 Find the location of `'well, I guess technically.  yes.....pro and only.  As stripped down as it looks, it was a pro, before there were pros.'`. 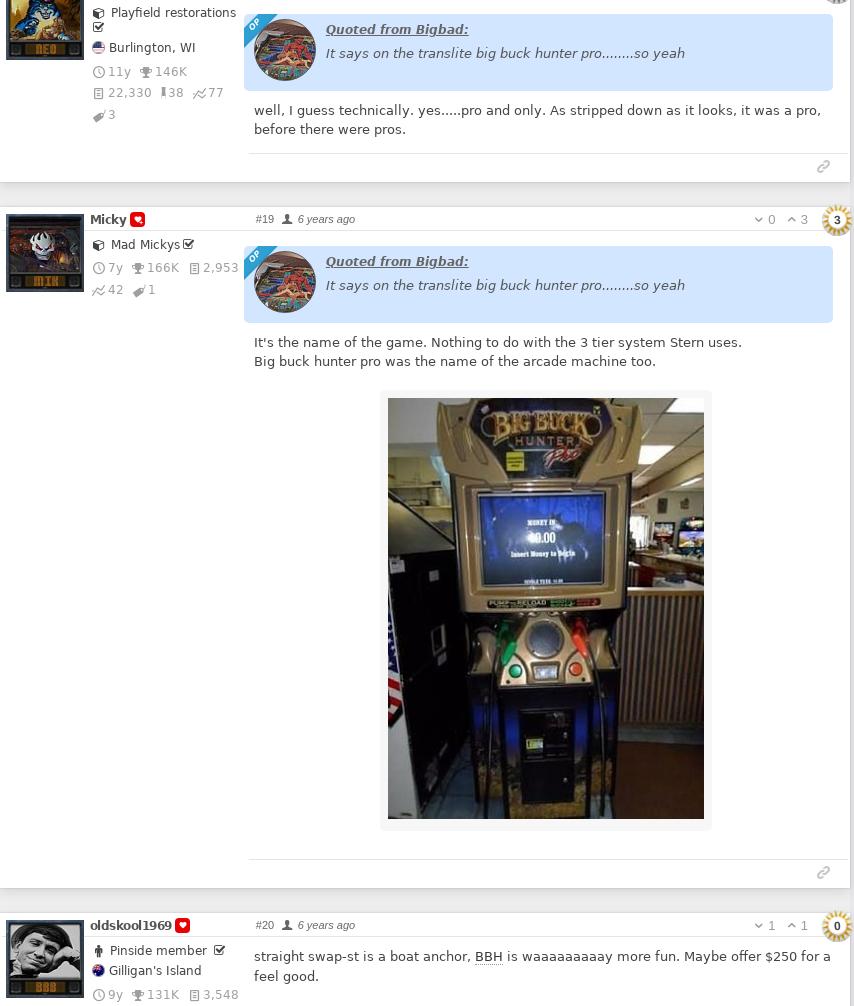

'well, I guess technically.  yes.....pro and only.  As stripped down as it looks, it was a pro, before there were pros.' is located at coordinates (536, 119).